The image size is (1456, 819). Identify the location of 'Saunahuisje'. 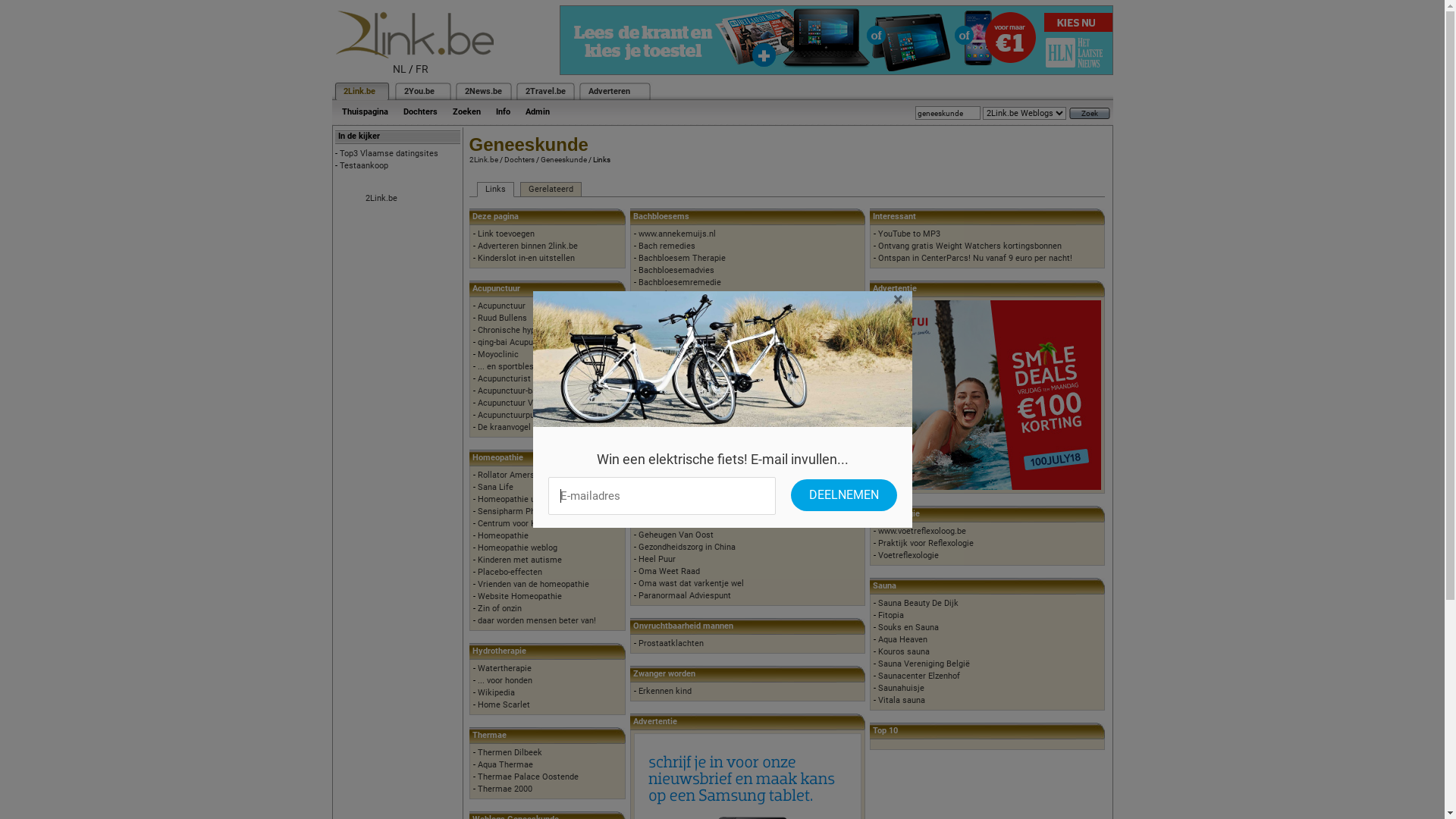
(877, 688).